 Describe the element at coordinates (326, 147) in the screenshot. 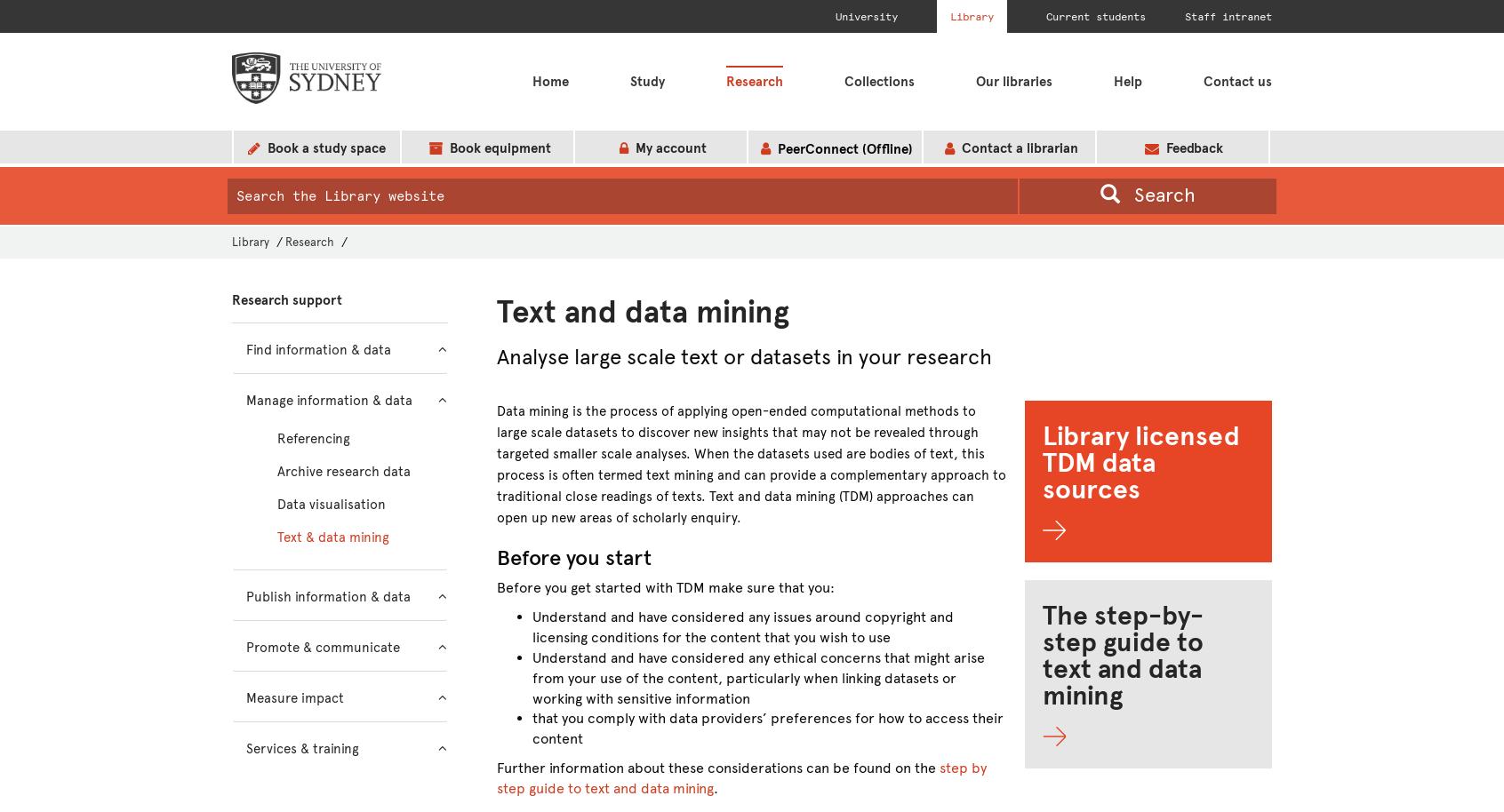

I see `'Book a study space'` at that location.